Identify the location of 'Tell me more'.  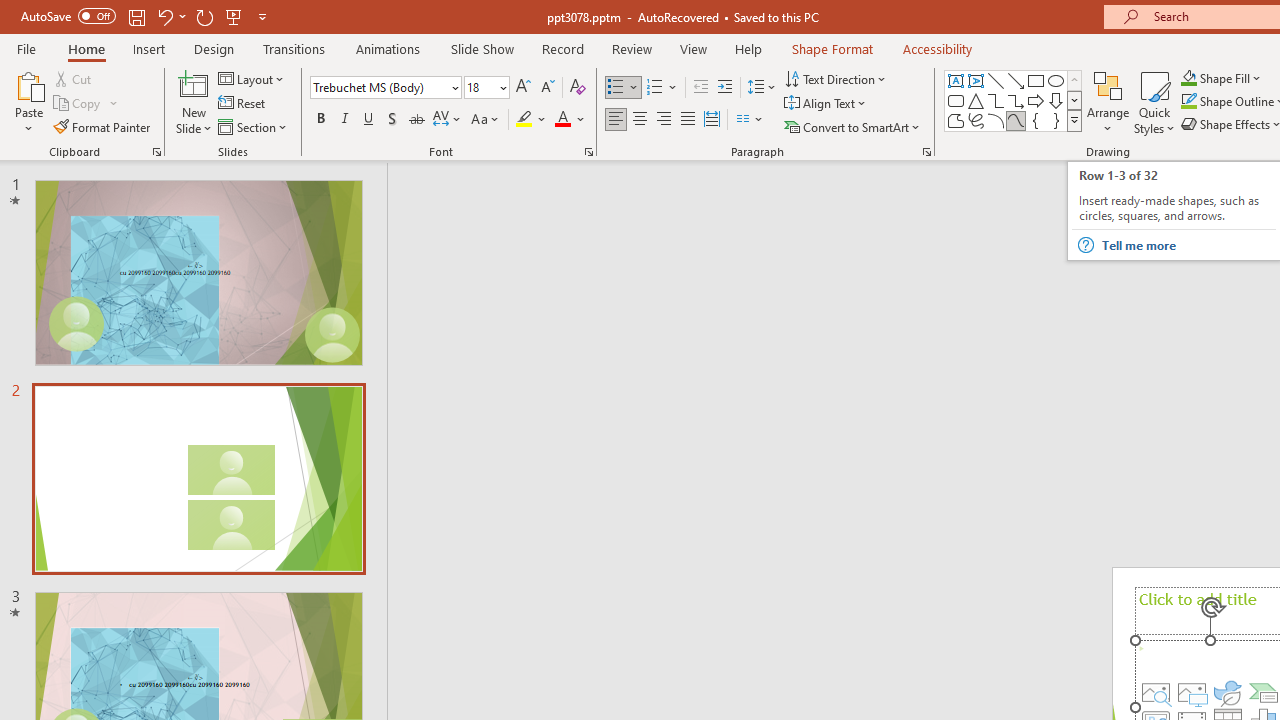
(1187, 244).